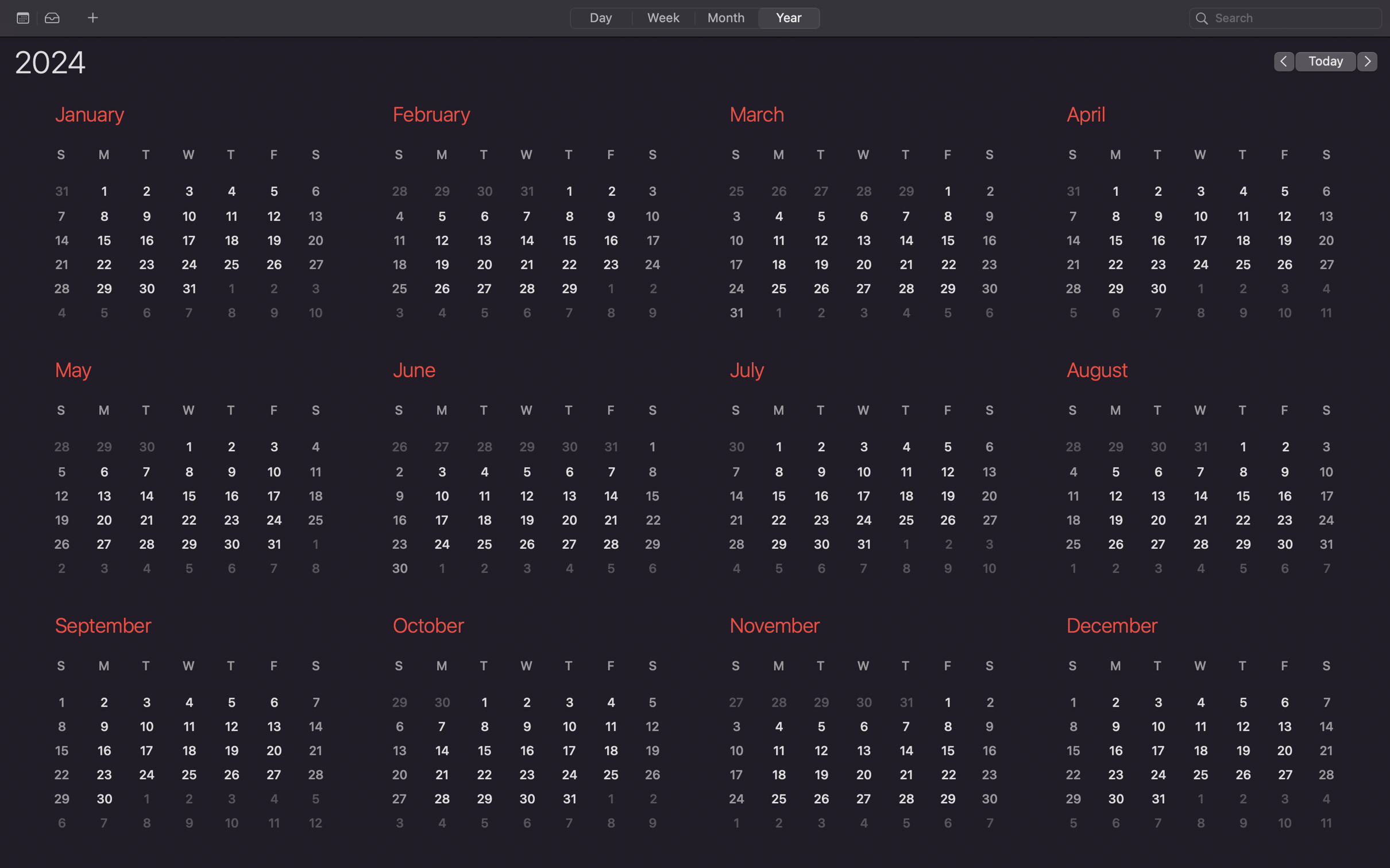 This screenshot has height=868, width=1390. What do you see at coordinates (1195, 471) in the screenshot?
I see `and open the month of August from the calendar` at bounding box center [1195, 471].